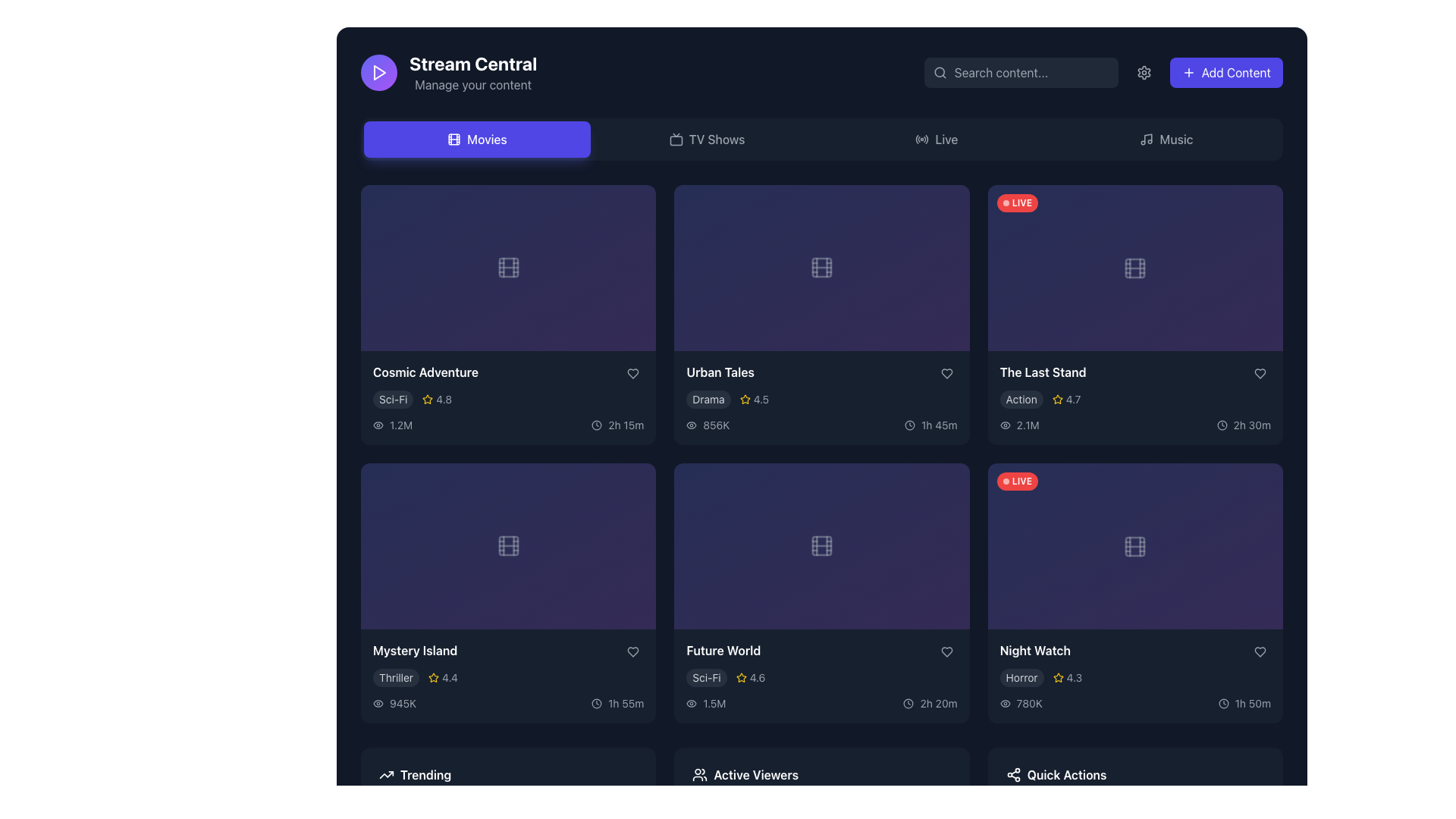  I want to click on the heart-shaped favorite button located in the bottom-right corner of the 'Mystery Island' card, so click(633, 651).